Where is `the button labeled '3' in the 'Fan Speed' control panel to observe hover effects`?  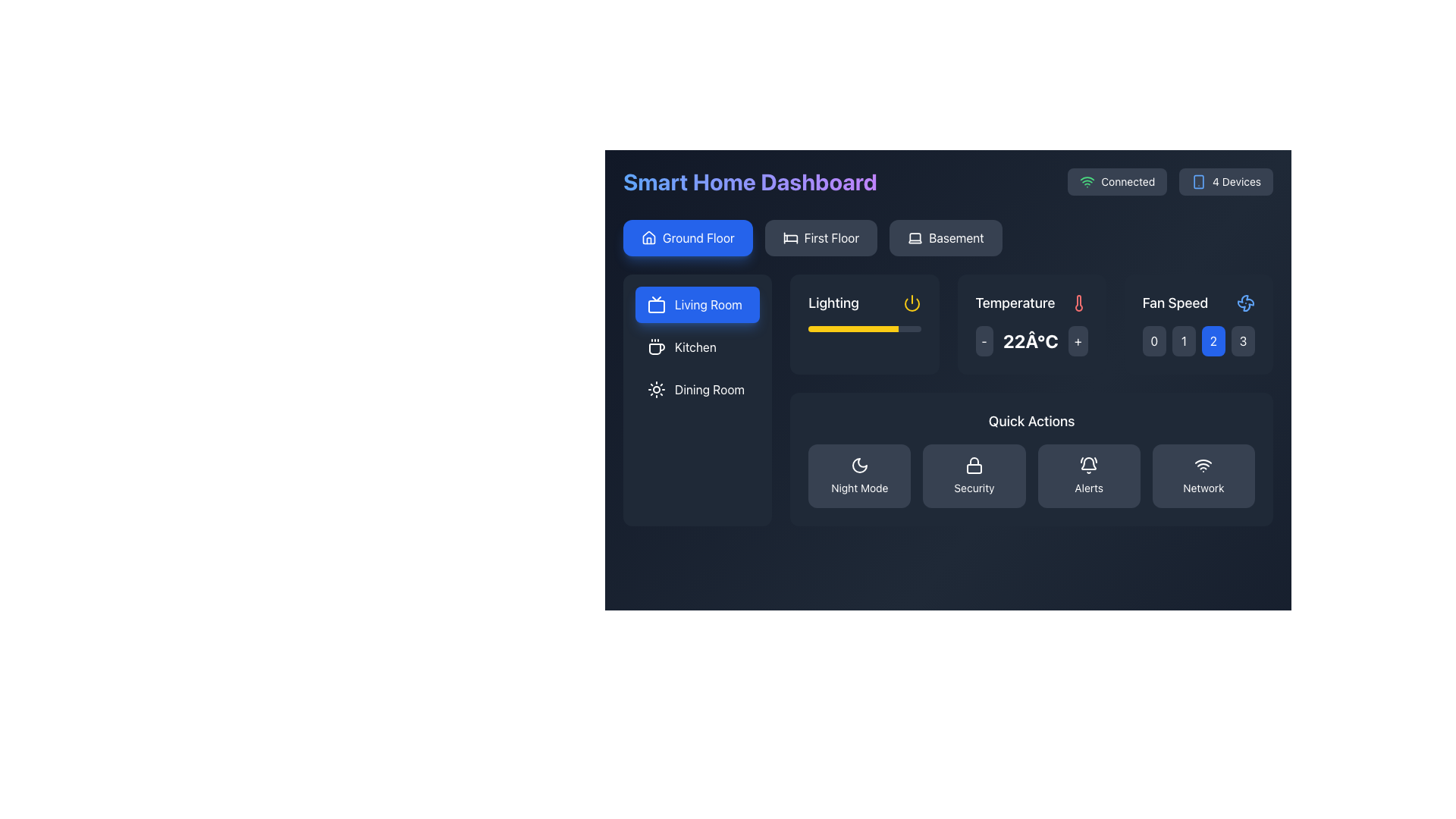
the button labeled '3' in the 'Fan Speed' control panel to observe hover effects is located at coordinates (1243, 341).